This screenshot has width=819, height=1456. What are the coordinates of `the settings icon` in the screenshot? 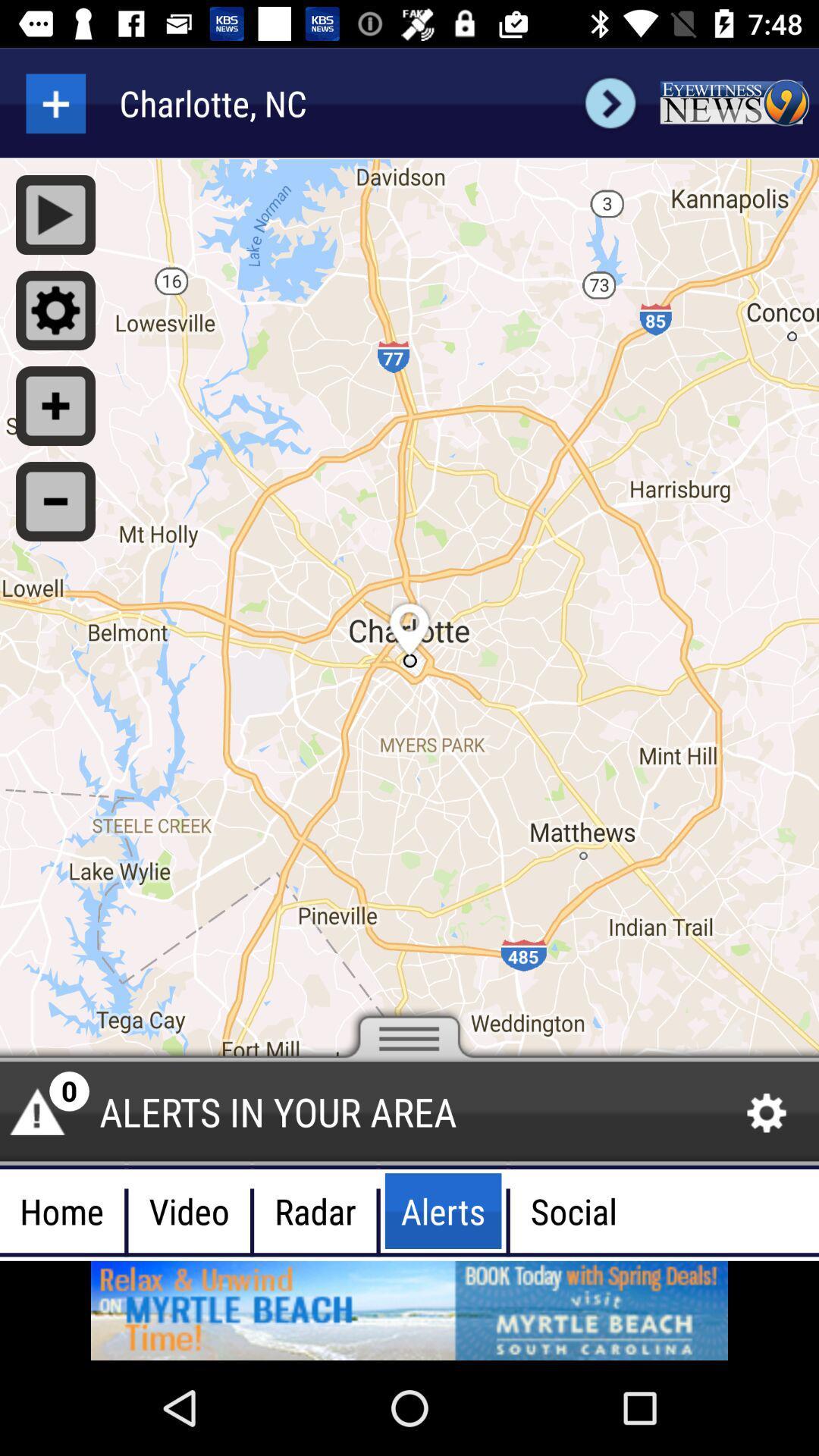 It's located at (767, 1113).